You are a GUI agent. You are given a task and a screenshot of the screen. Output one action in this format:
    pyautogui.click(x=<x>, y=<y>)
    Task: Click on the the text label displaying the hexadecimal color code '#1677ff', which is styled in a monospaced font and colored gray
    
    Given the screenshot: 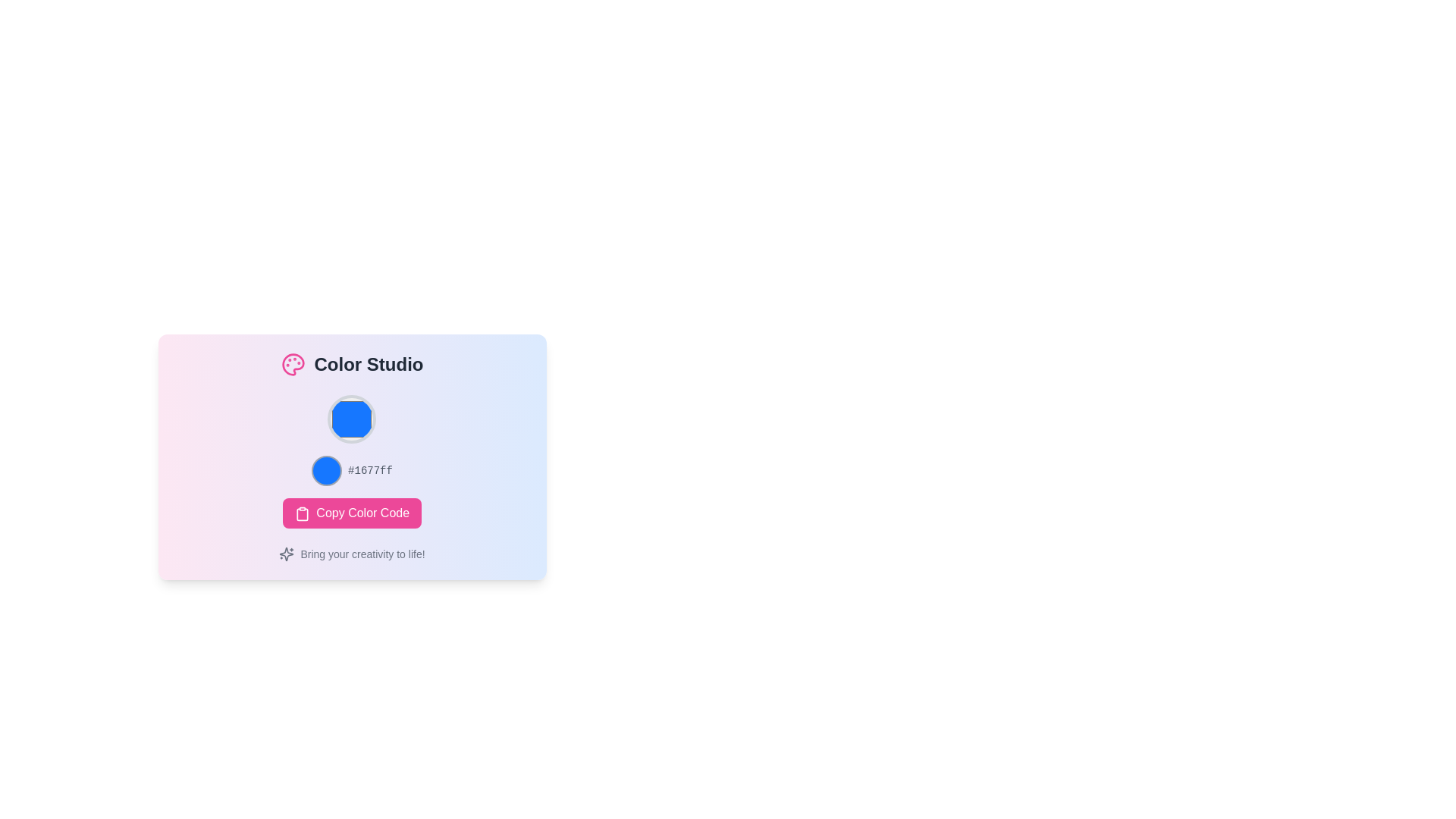 What is the action you would take?
    pyautogui.click(x=370, y=470)
    